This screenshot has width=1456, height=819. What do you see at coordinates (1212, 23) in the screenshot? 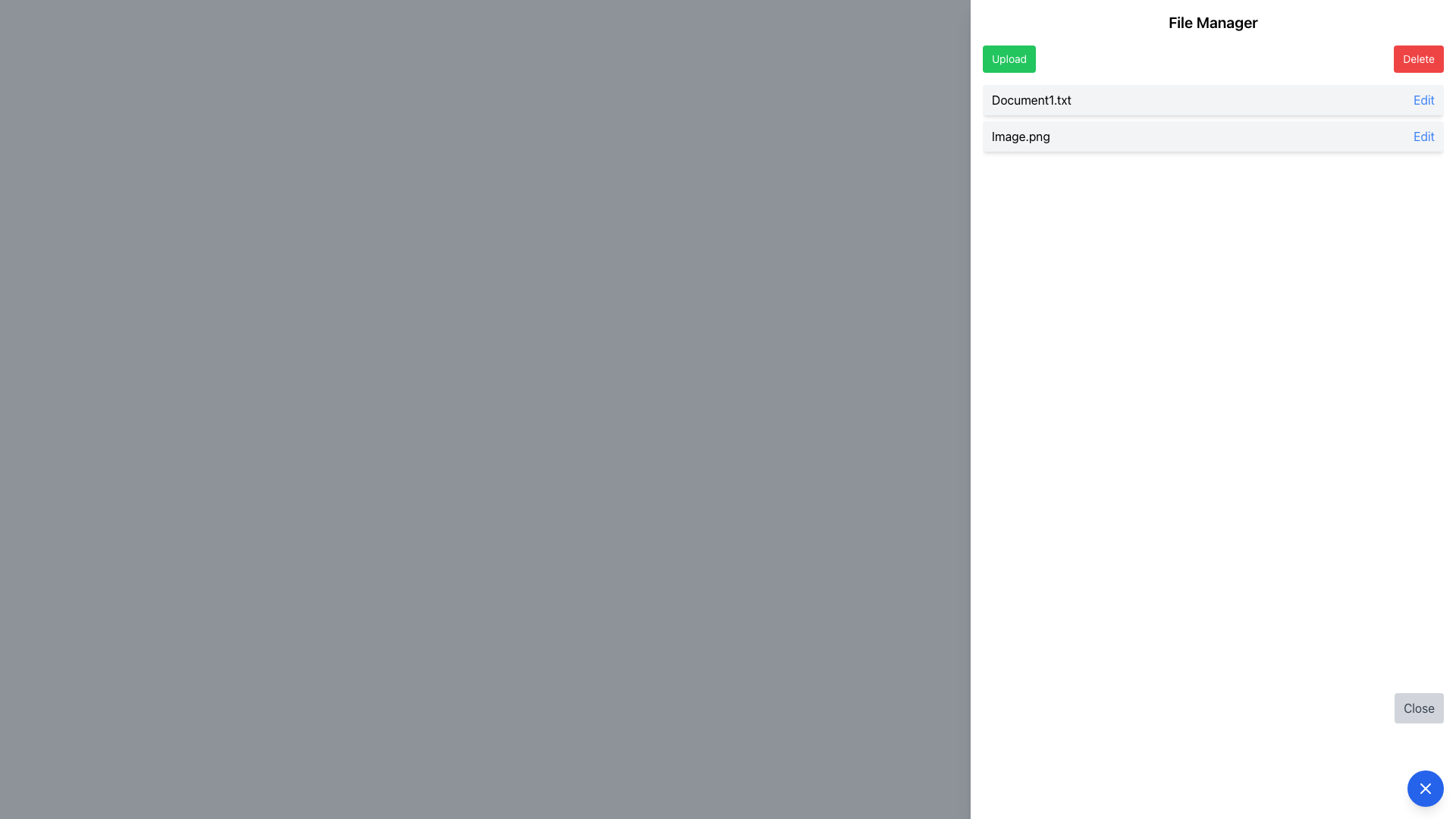
I see `the 'File Manager' text label located at the top of the right white panel, which is styled in a larger bold font and is centered above the 'Upload' and 'Delete' buttons` at bounding box center [1212, 23].